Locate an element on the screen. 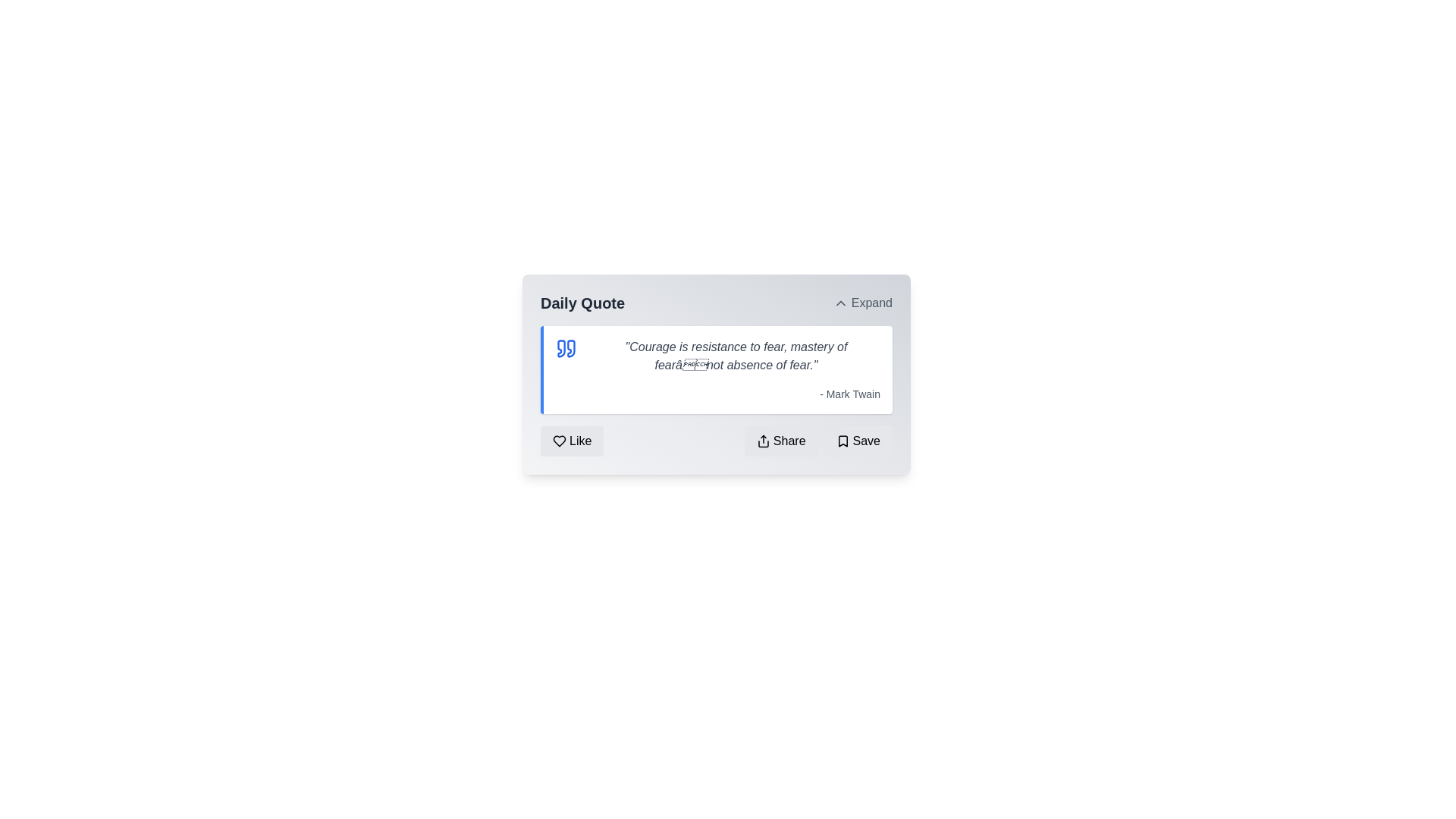  the bookmark icon located at the bottom-right corner of the card interface is located at coordinates (842, 441).